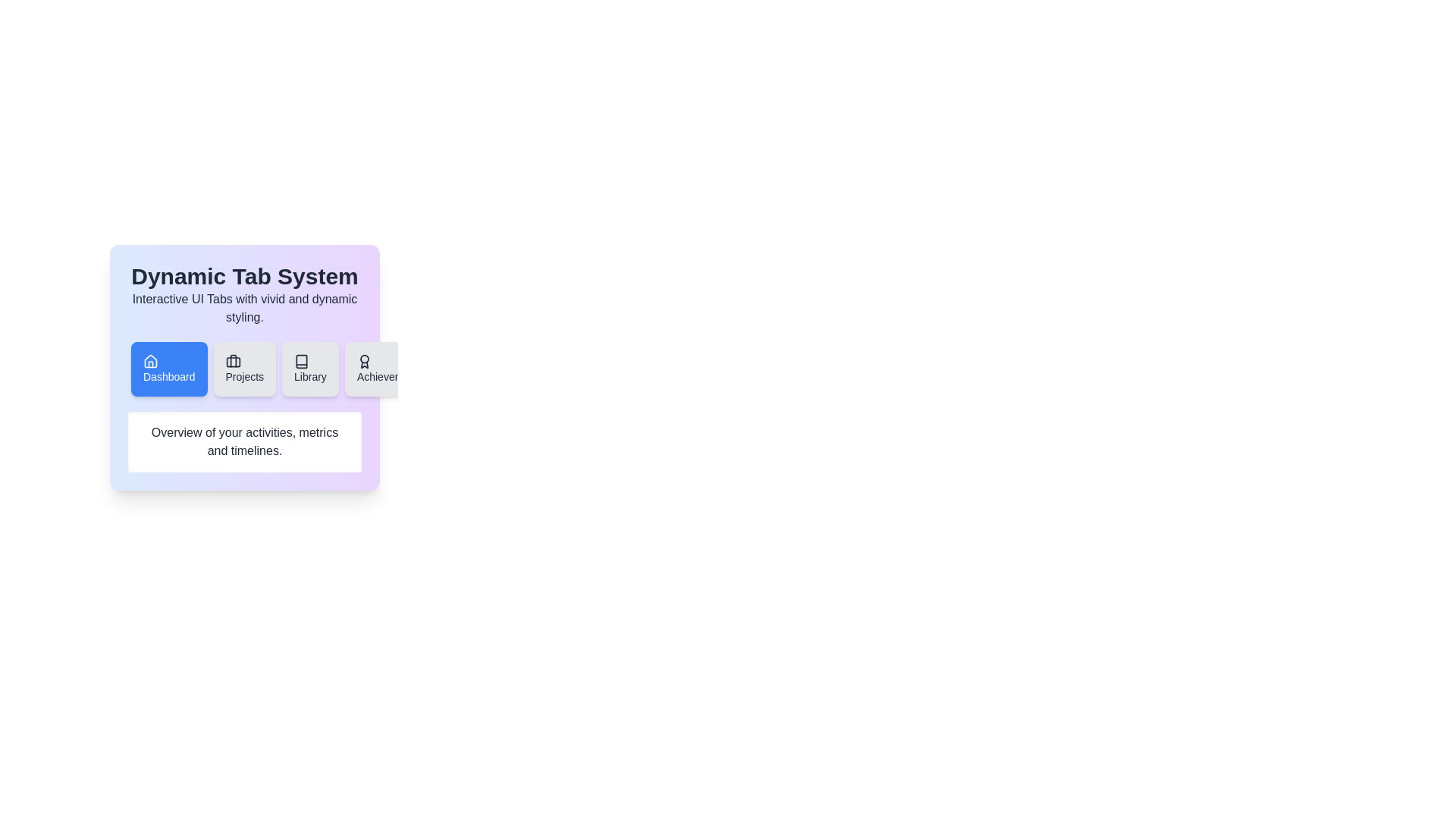 This screenshot has width=1456, height=819. I want to click on the tab labeled Dashboard, so click(169, 369).